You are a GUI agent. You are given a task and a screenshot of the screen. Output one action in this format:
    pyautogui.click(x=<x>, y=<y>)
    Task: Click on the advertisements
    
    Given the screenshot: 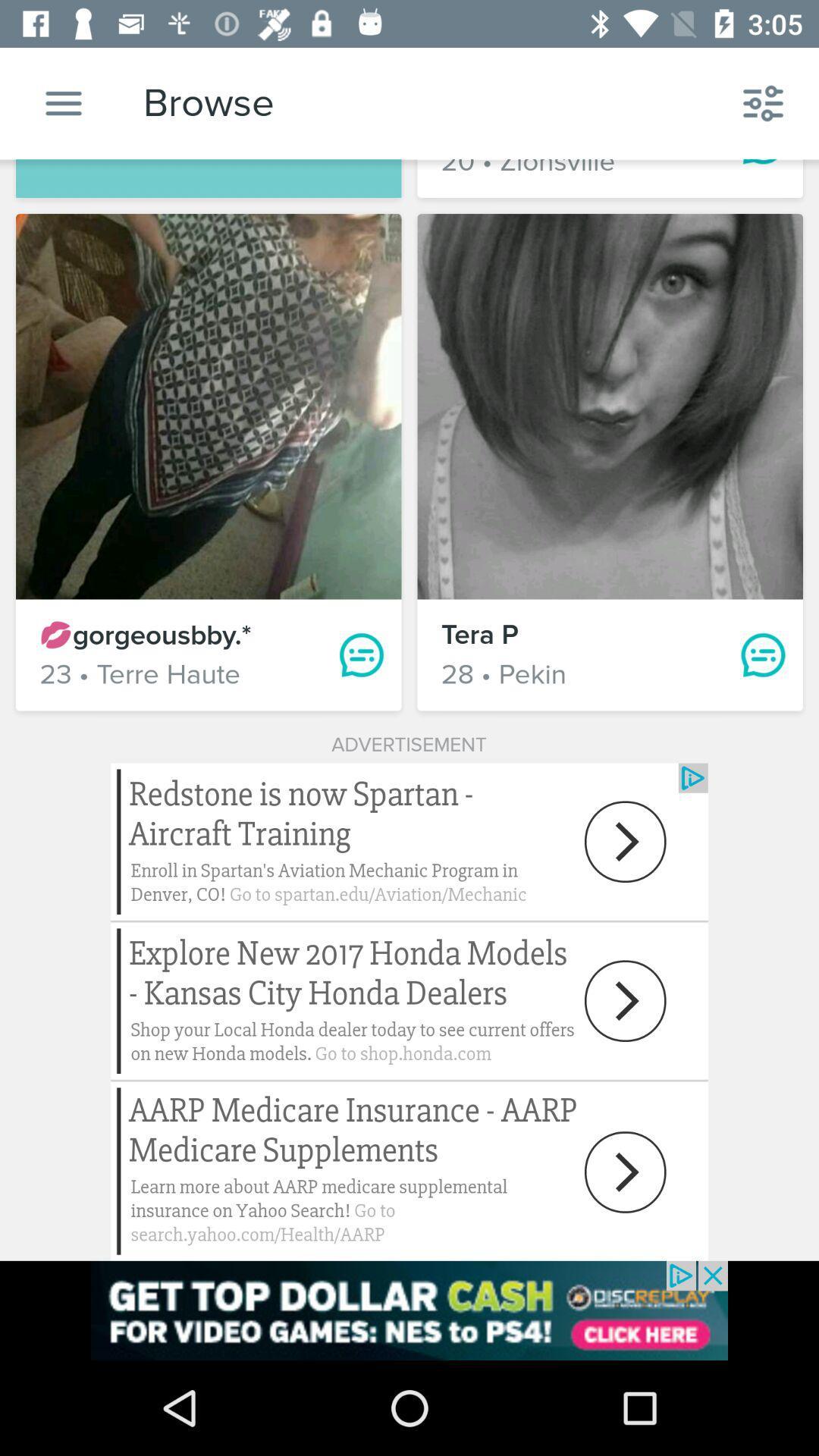 What is the action you would take?
    pyautogui.click(x=409, y=1310)
    